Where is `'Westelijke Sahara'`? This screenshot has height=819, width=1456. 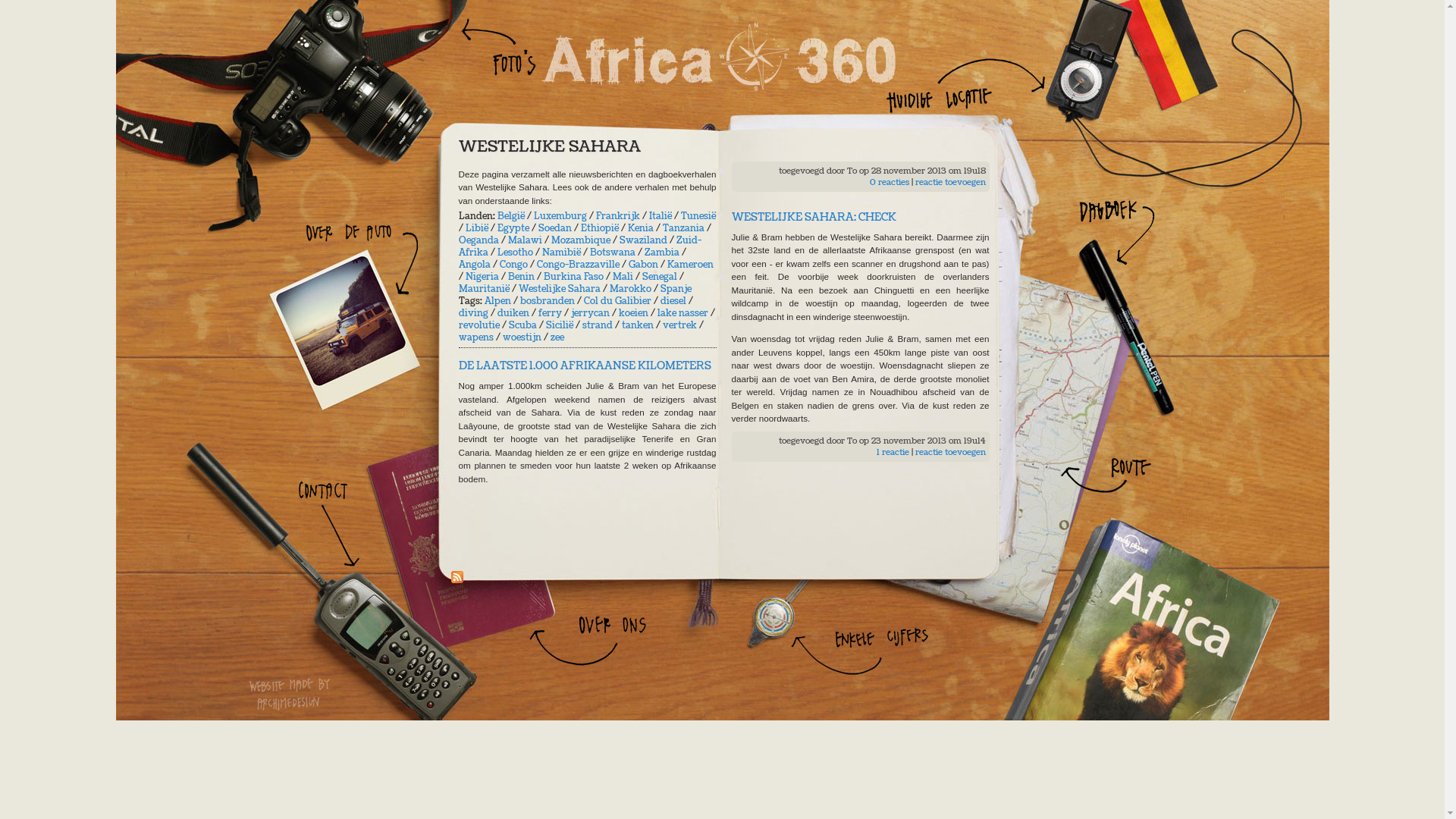
'Westelijke Sahara' is located at coordinates (559, 289).